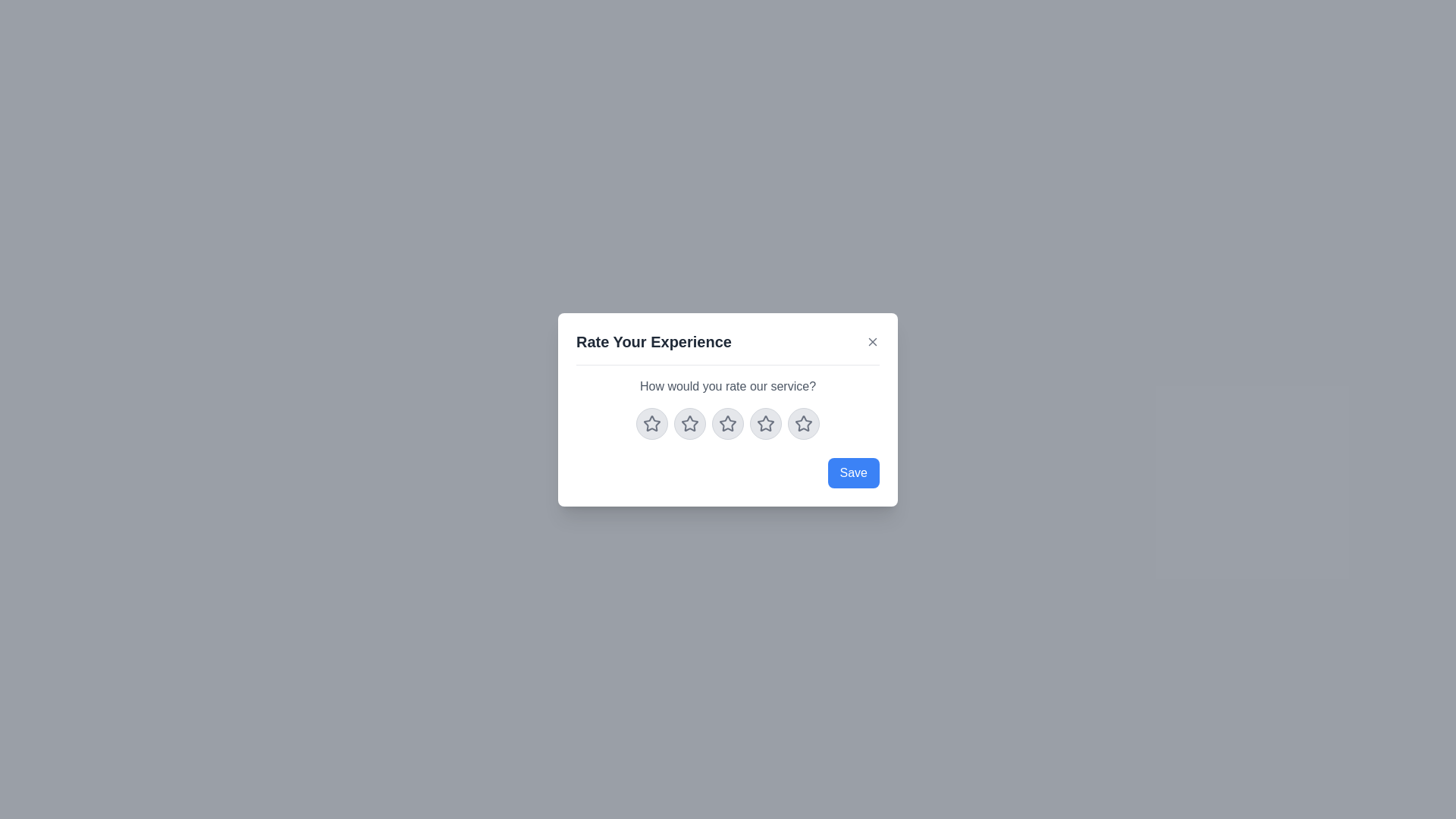 The height and width of the screenshot is (819, 1456). What do you see at coordinates (728, 423) in the screenshot?
I see `the star corresponding to the rating 3` at bounding box center [728, 423].